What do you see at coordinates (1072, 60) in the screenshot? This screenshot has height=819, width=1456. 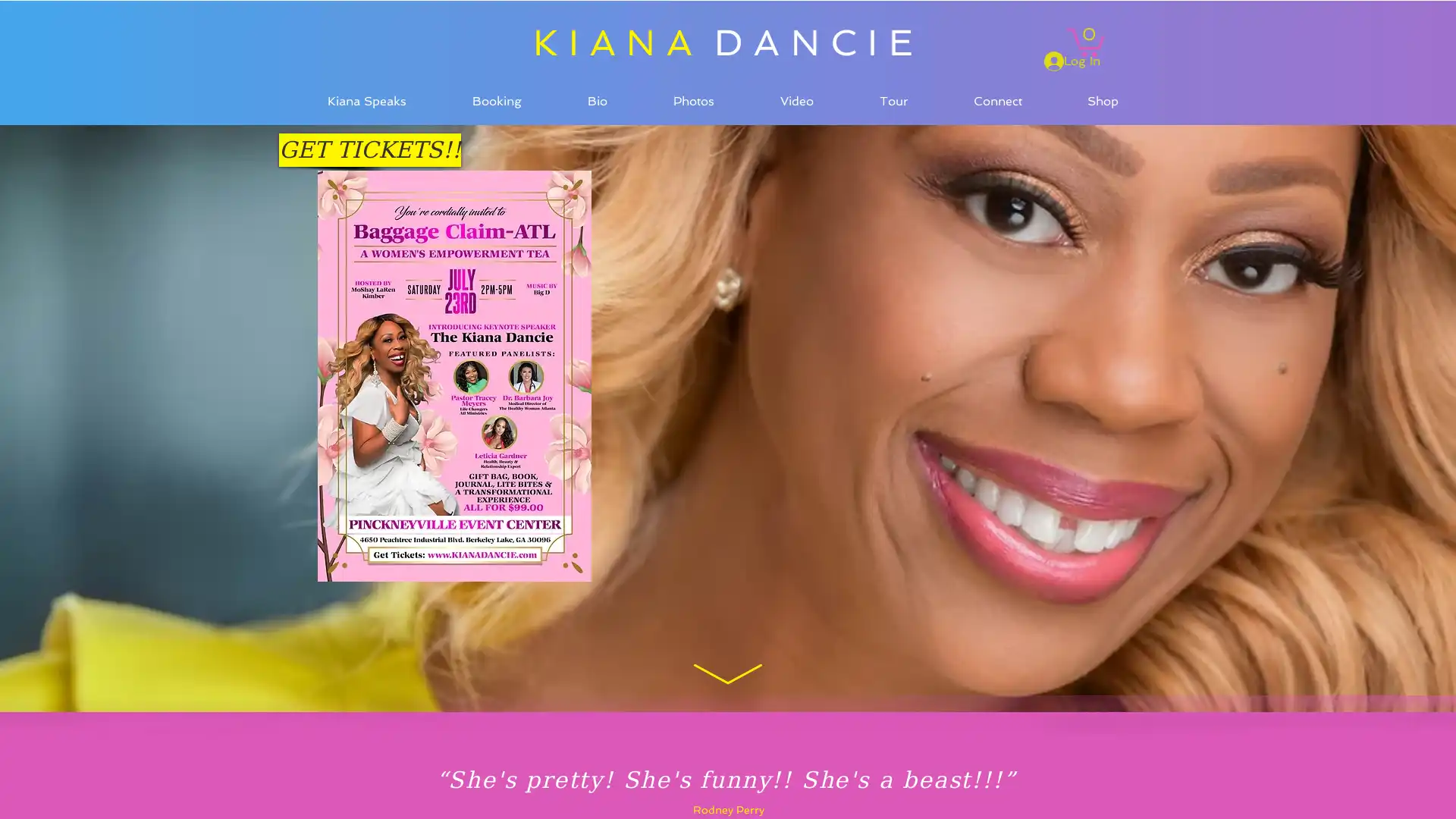 I see `Log In` at bounding box center [1072, 60].